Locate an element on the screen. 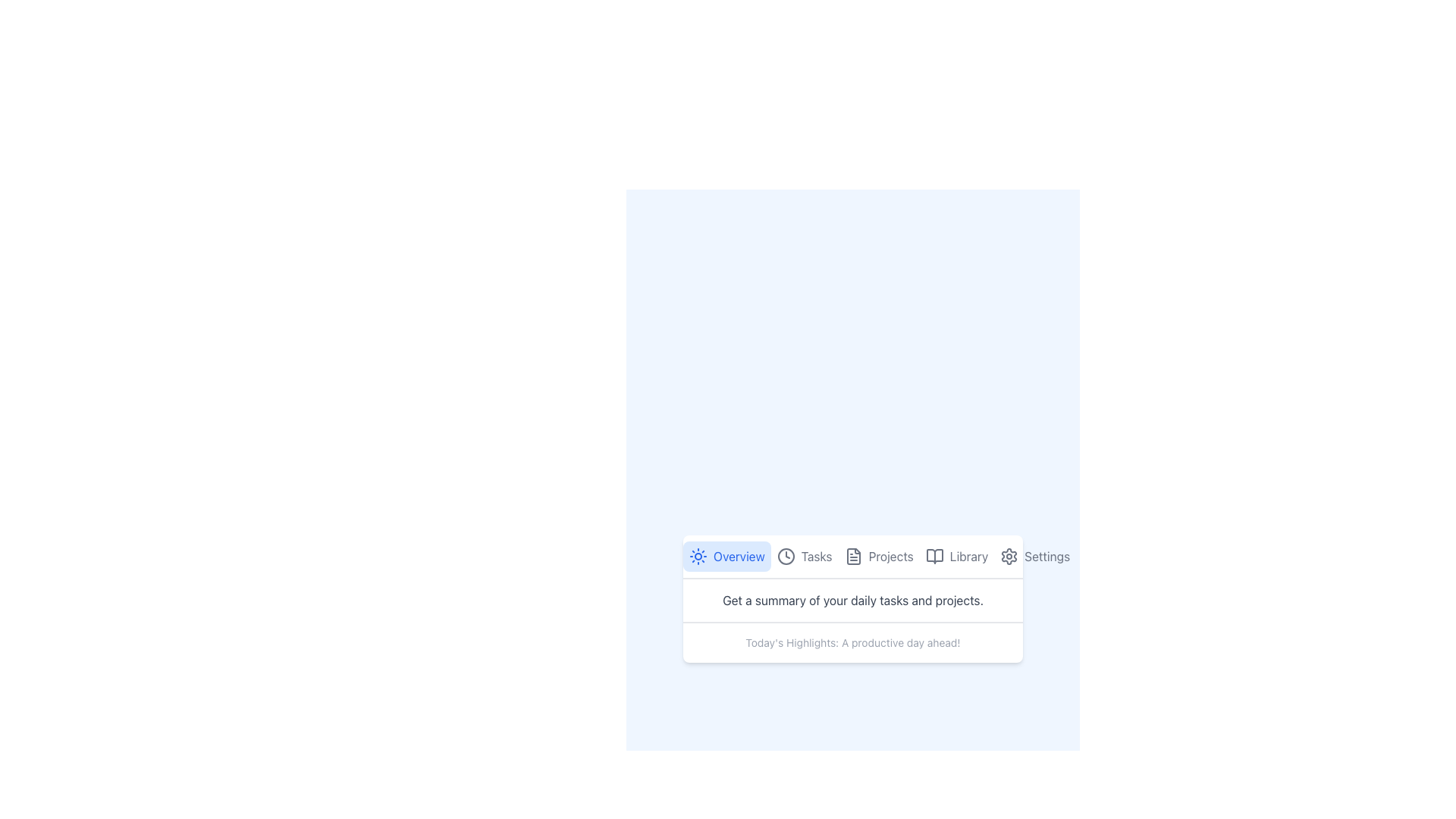 The width and height of the screenshot is (1456, 819). the gear icon located in the settings section is located at coordinates (1009, 556).